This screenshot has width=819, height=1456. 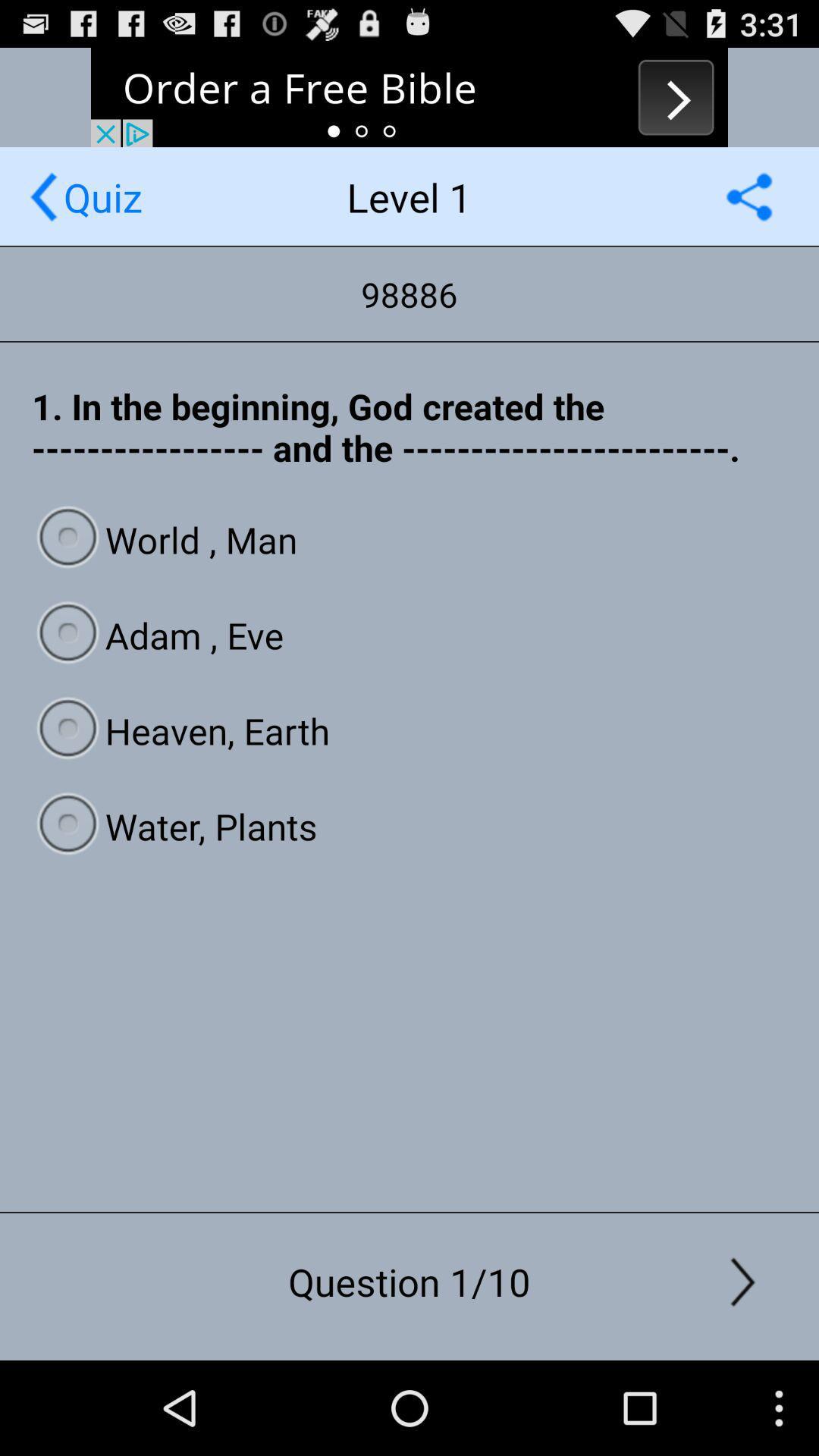 What do you see at coordinates (409, 96) in the screenshot?
I see `previous` at bounding box center [409, 96].